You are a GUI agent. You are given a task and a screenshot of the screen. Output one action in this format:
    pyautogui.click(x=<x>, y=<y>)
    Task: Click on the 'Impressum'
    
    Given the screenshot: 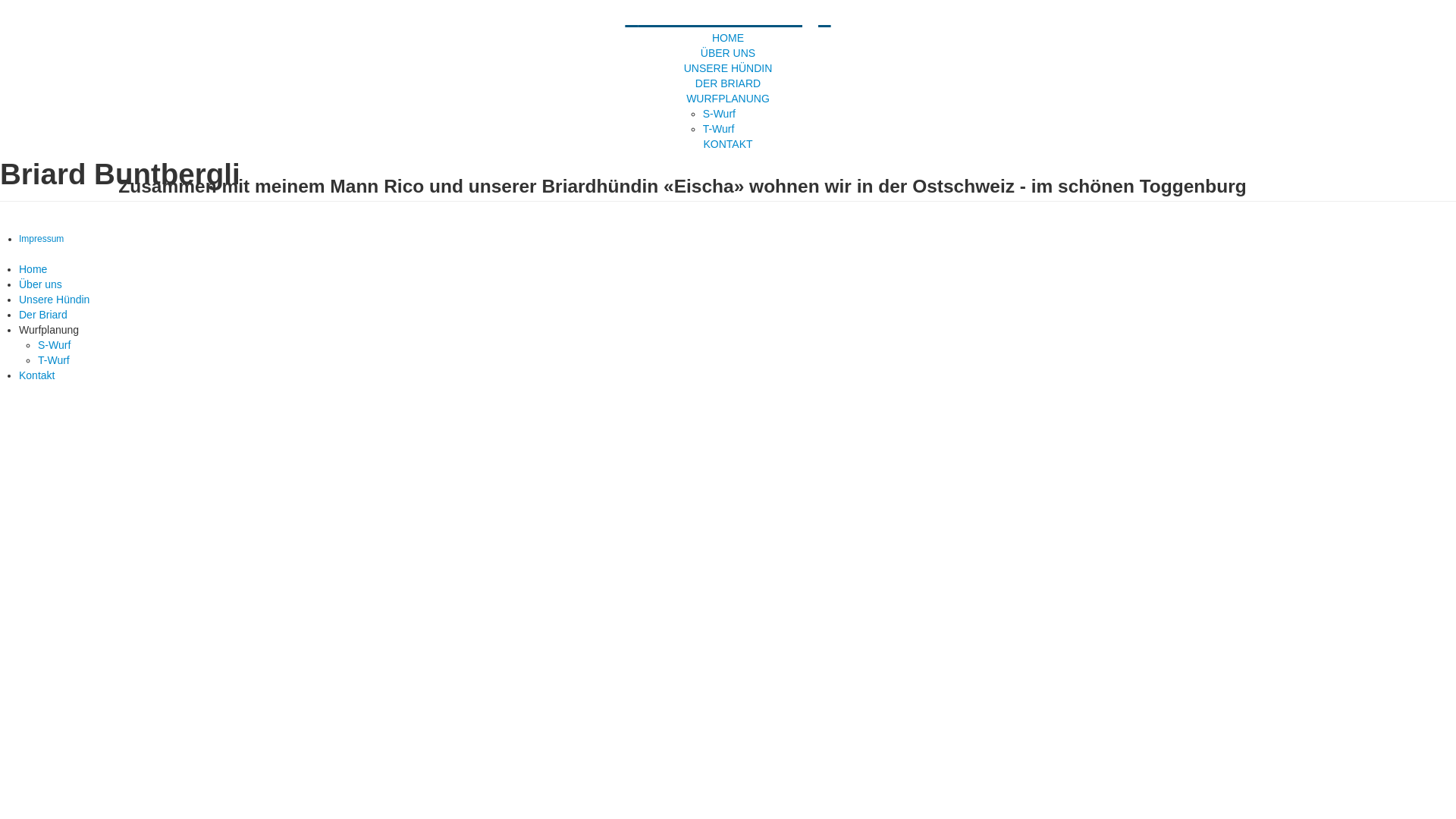 What is the action you would take?
    pyautogui.click(x=18, y=239)
    